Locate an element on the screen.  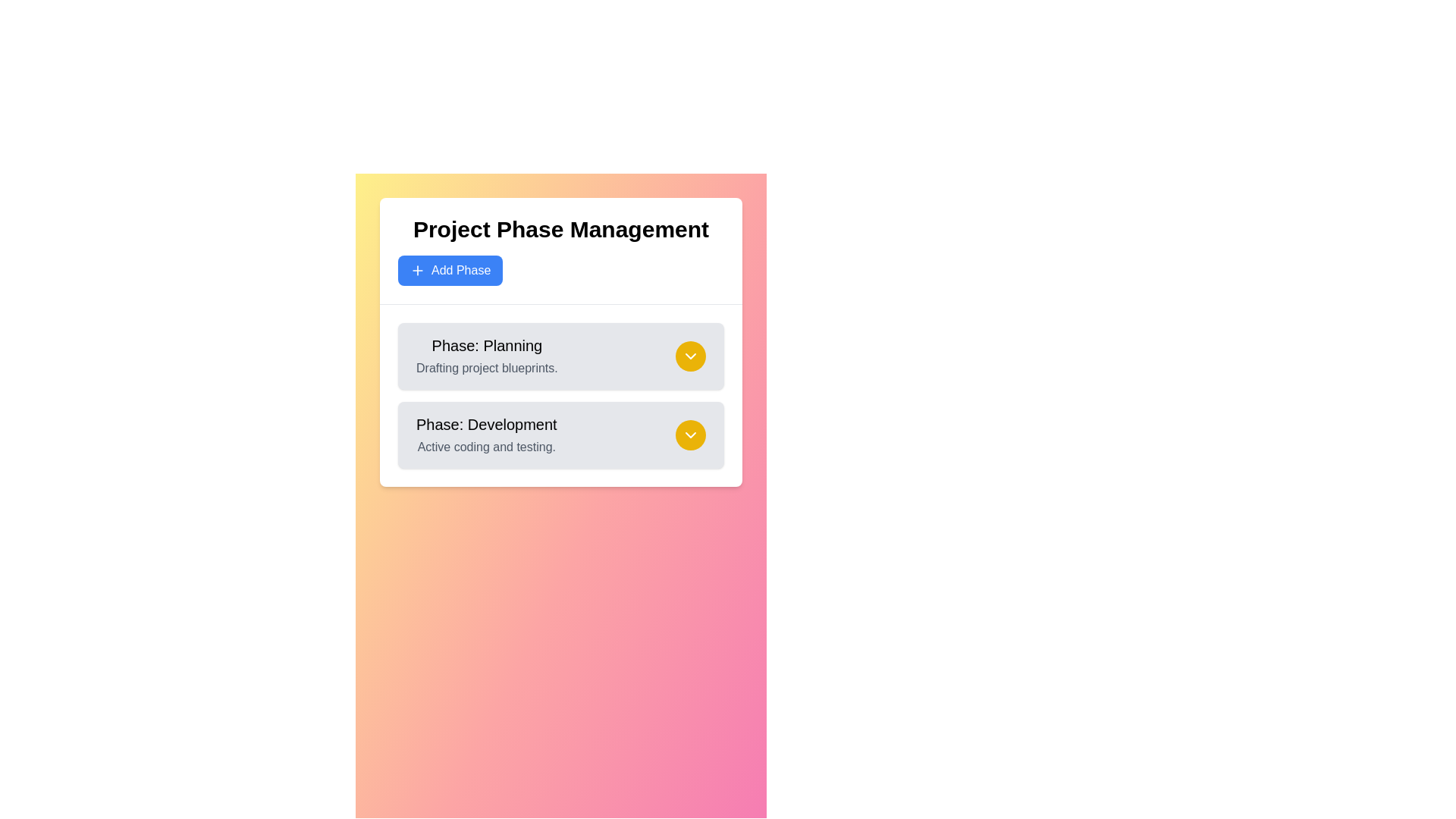
the 'Development' text label that indicates the current phase of the project in the project management interface is located at coordinates (486, 424).